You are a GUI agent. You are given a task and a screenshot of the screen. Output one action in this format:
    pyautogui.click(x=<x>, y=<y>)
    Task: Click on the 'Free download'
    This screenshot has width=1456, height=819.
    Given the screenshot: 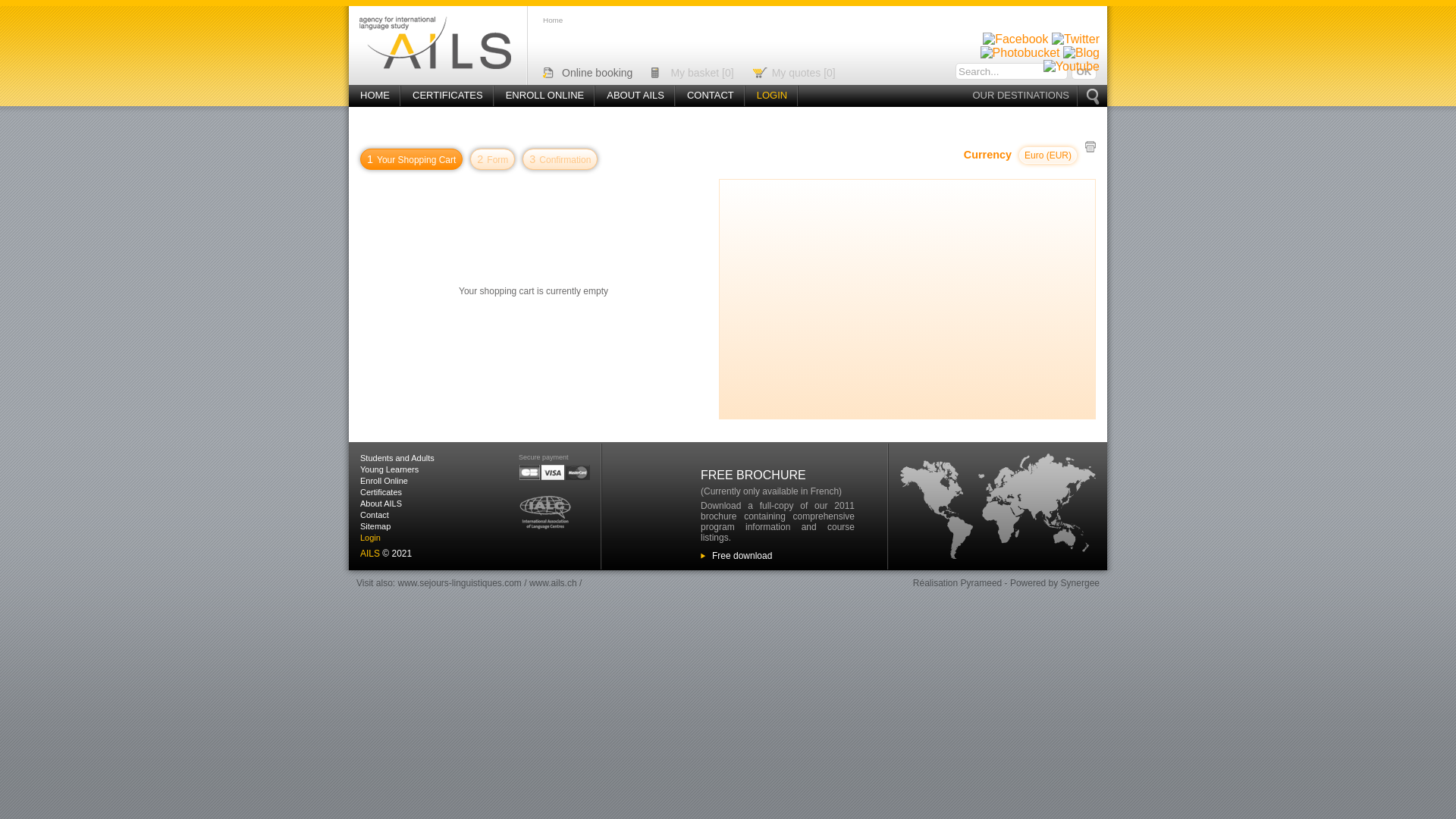 What is the action you would take?
    pyautogui.click(x=742, y=555)
    